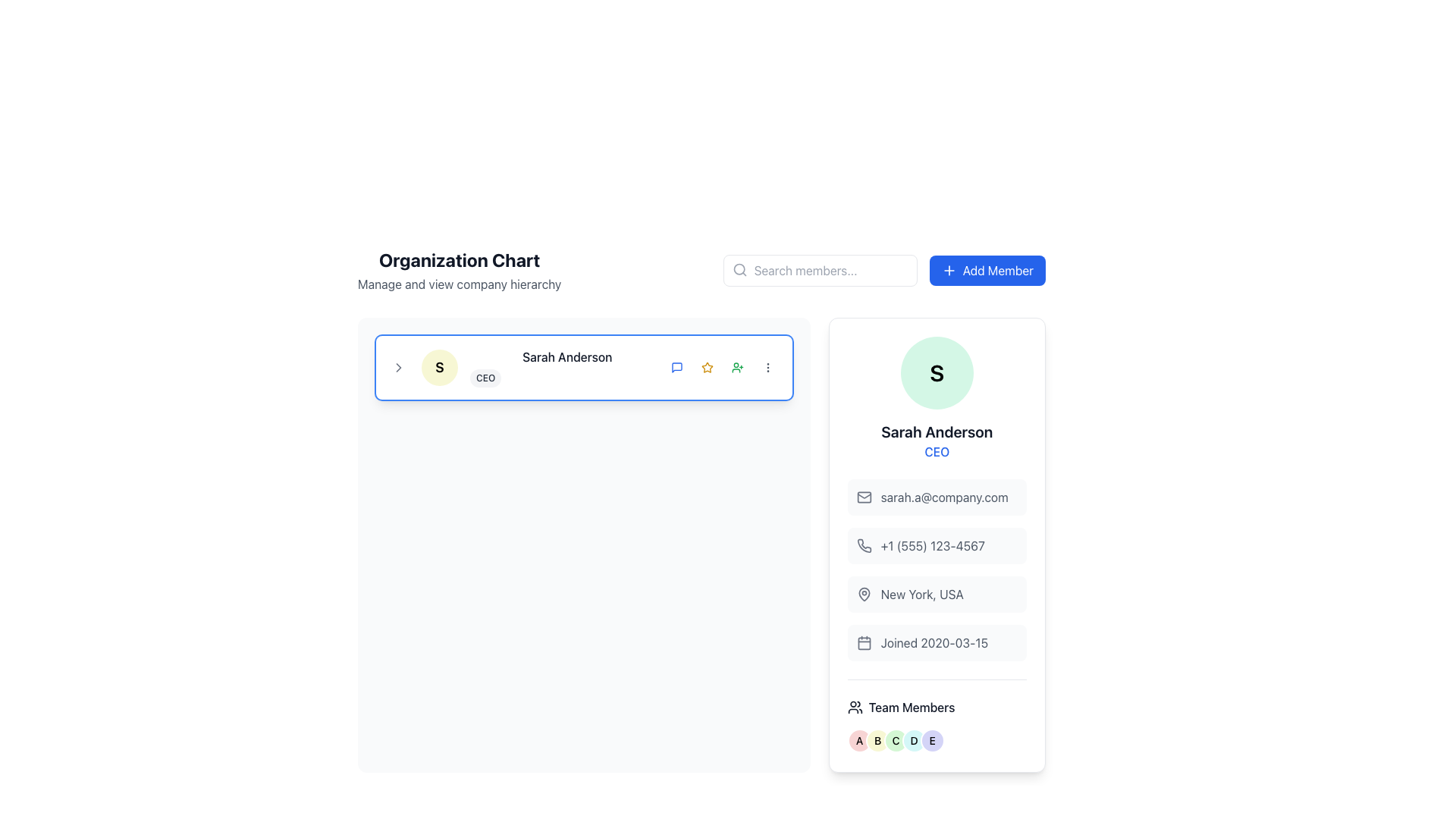  What do you see at coordinates (936, 708) in the screenshot?
I see `the Text with Icon Label that introduces the section displaying team members, located near the bottom of the rightmost panel, just above the row of circular icons labeled A, B, C, D, E` at bounding box center [936, 708].